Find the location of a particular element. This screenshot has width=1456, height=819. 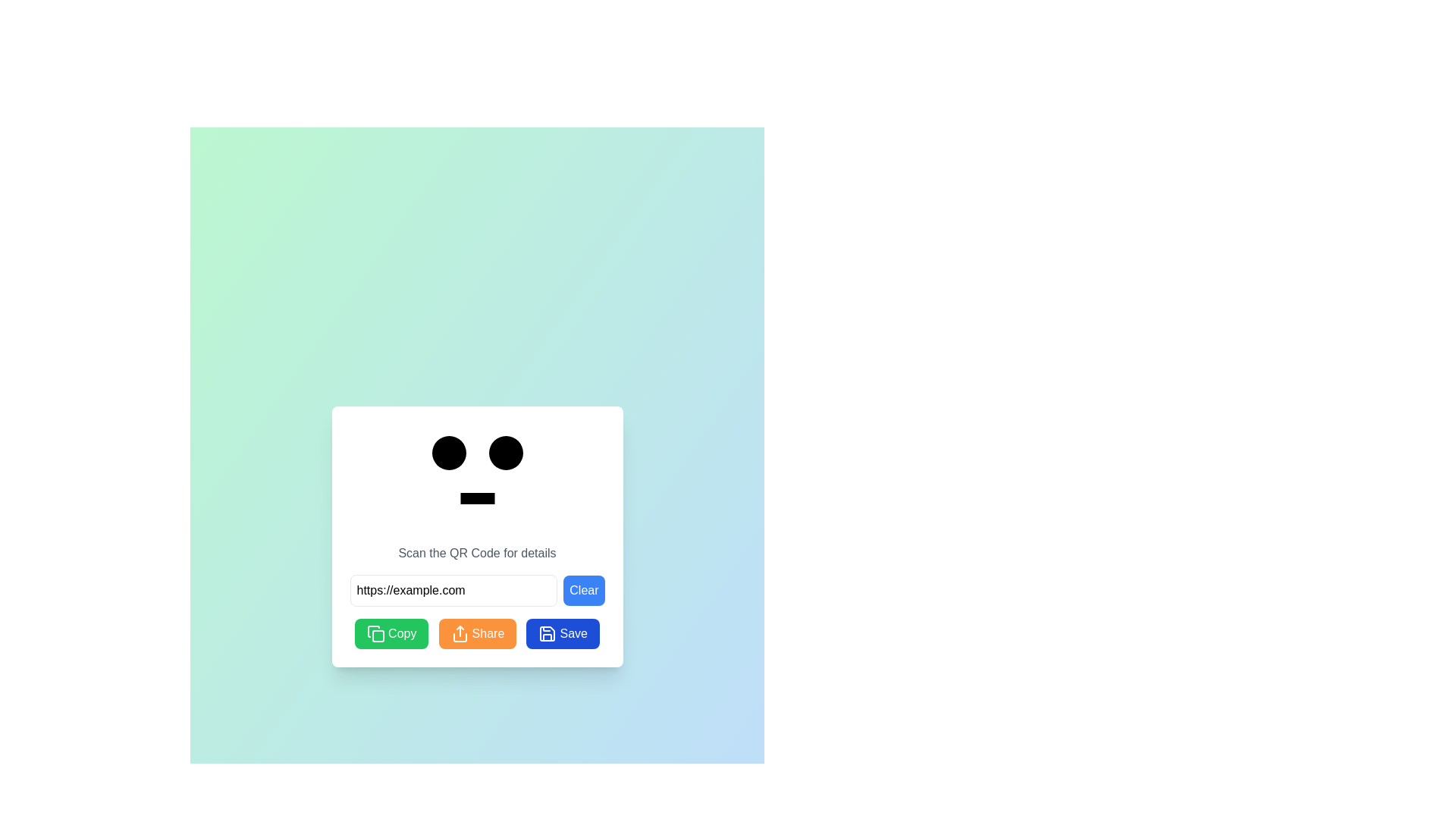

the decorative component within the 'Copy' icon, which is located to the left of the 'Share' and 'Save' buttons, and beneath the input field is located at coordinates (378, 636).